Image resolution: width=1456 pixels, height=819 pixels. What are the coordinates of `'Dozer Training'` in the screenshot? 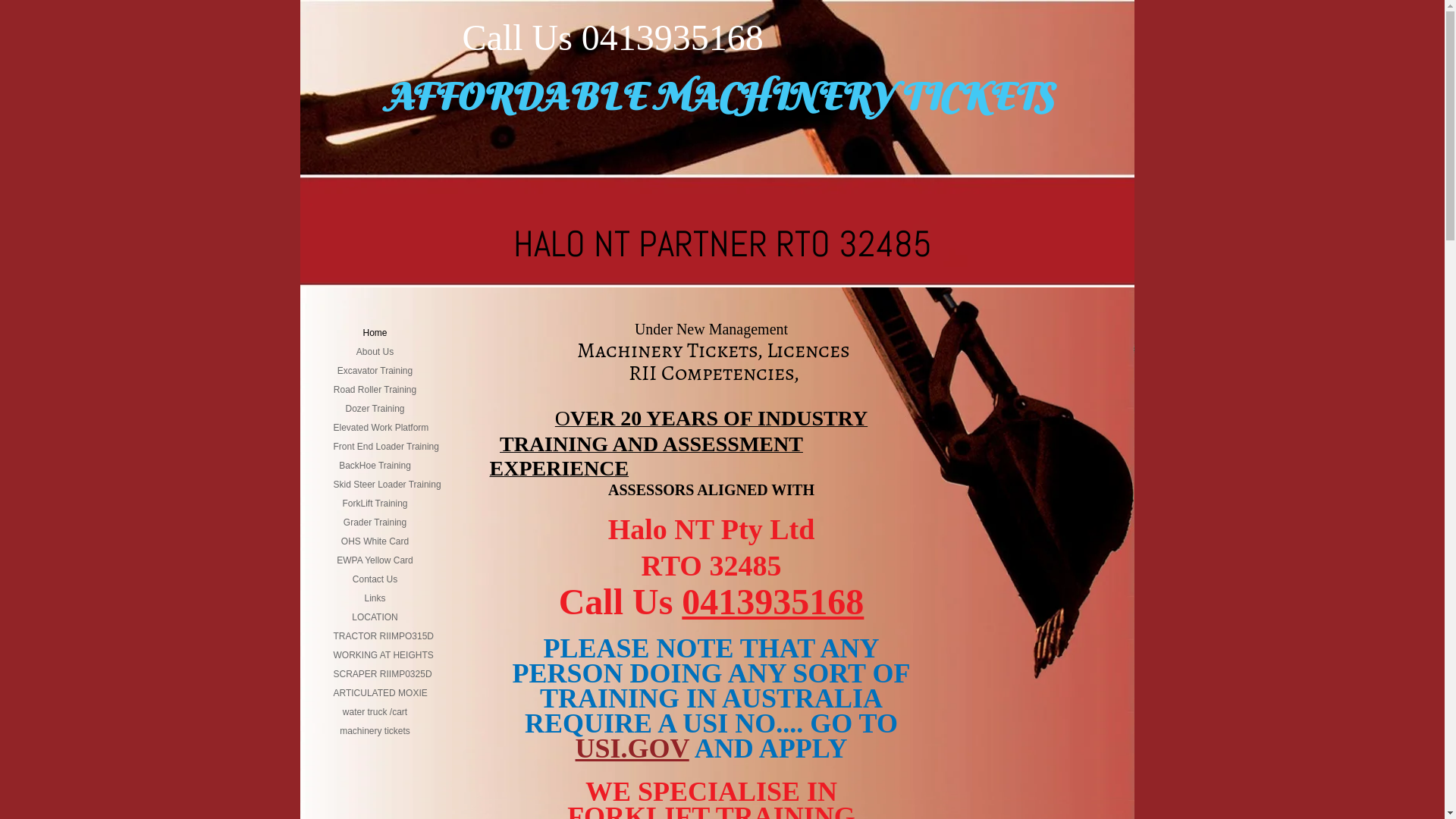 It's located at (375, 408).